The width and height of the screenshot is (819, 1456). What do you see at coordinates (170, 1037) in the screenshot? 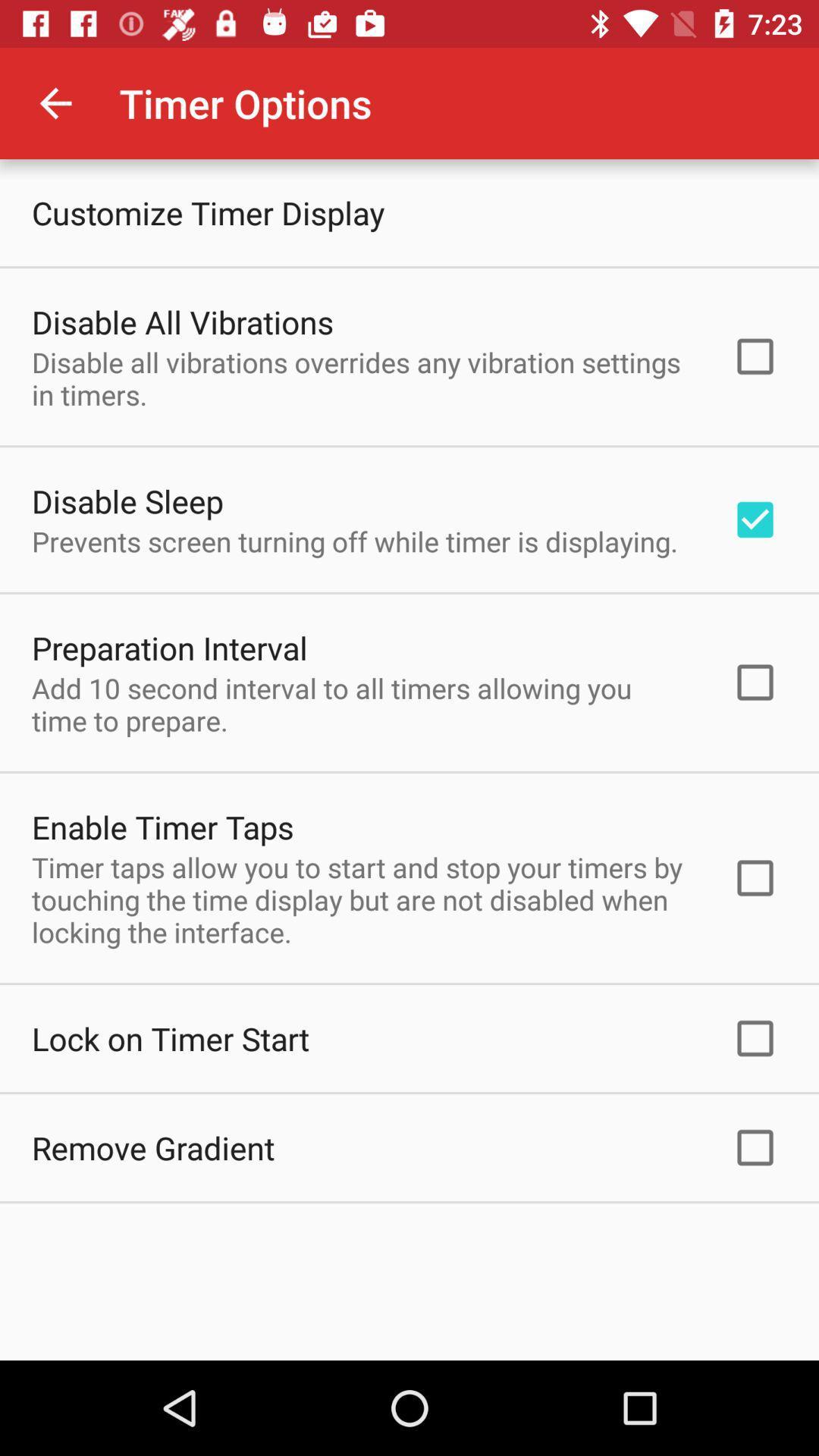
I see `lock on timer icon` at bounding box center [170, 1037].